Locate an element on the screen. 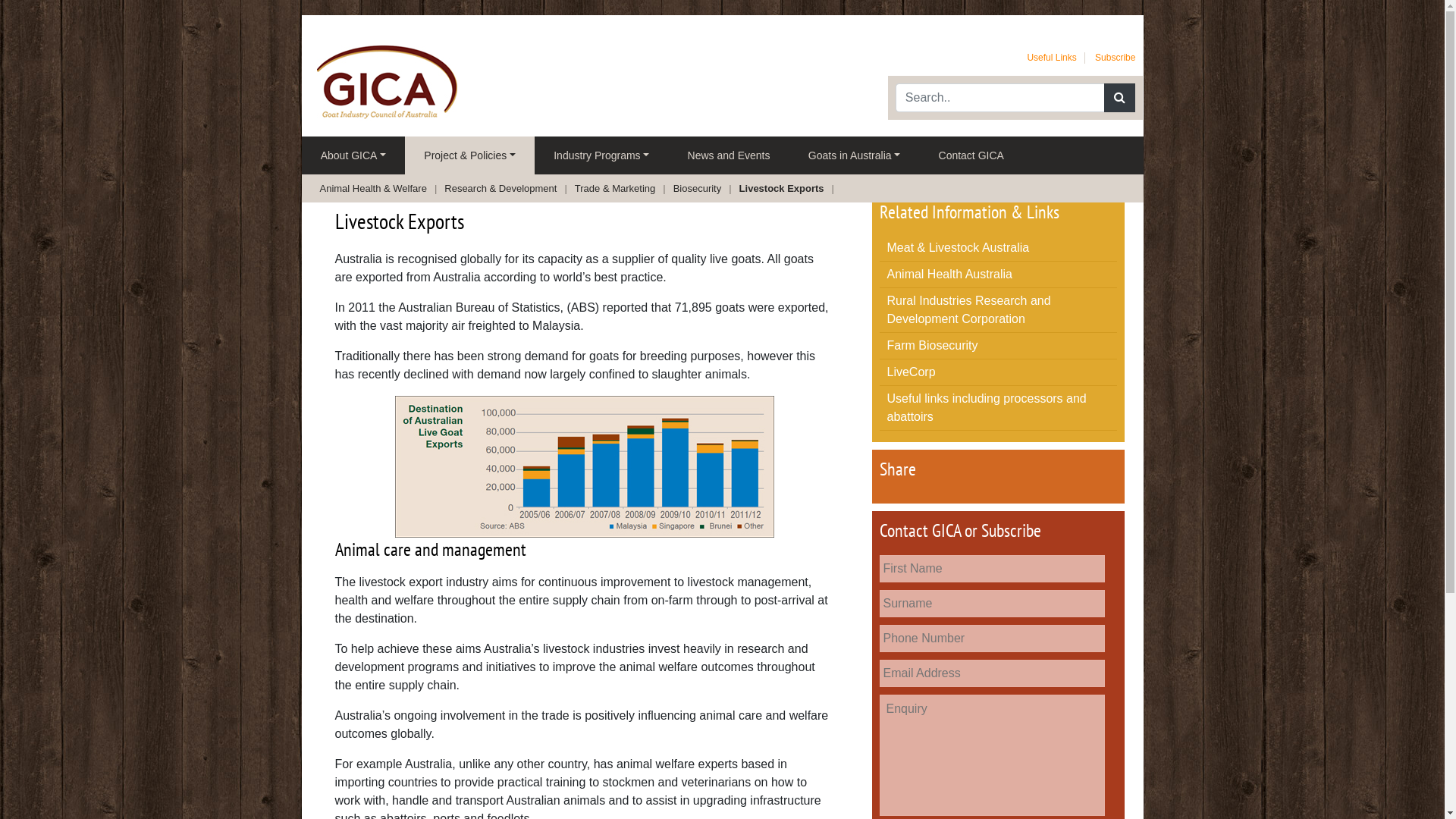 The image size is (1456, 819). 'Farm Biosecurity' is located at coordinates (931, 345).